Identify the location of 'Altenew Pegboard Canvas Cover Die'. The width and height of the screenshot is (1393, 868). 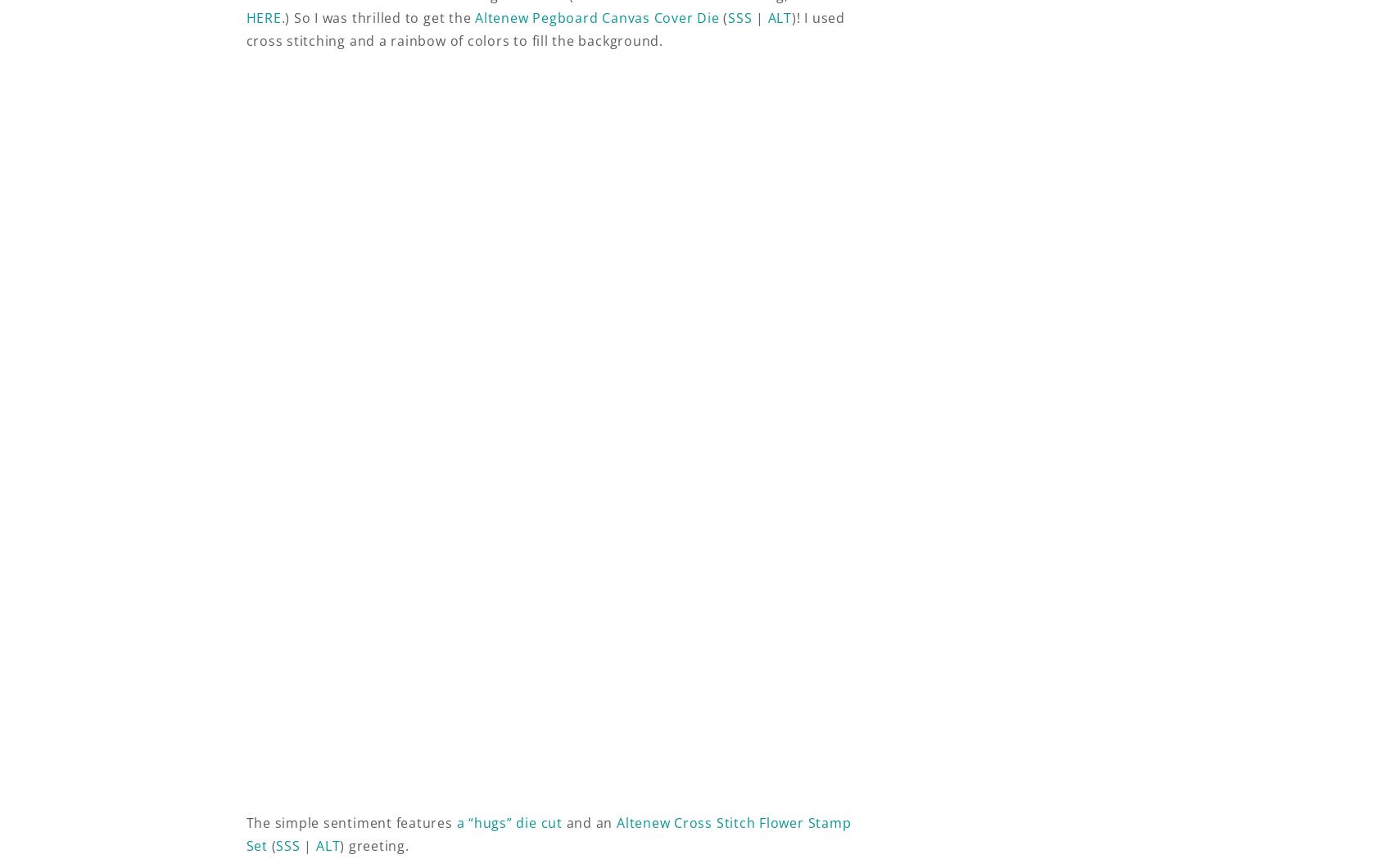
(597, 18).